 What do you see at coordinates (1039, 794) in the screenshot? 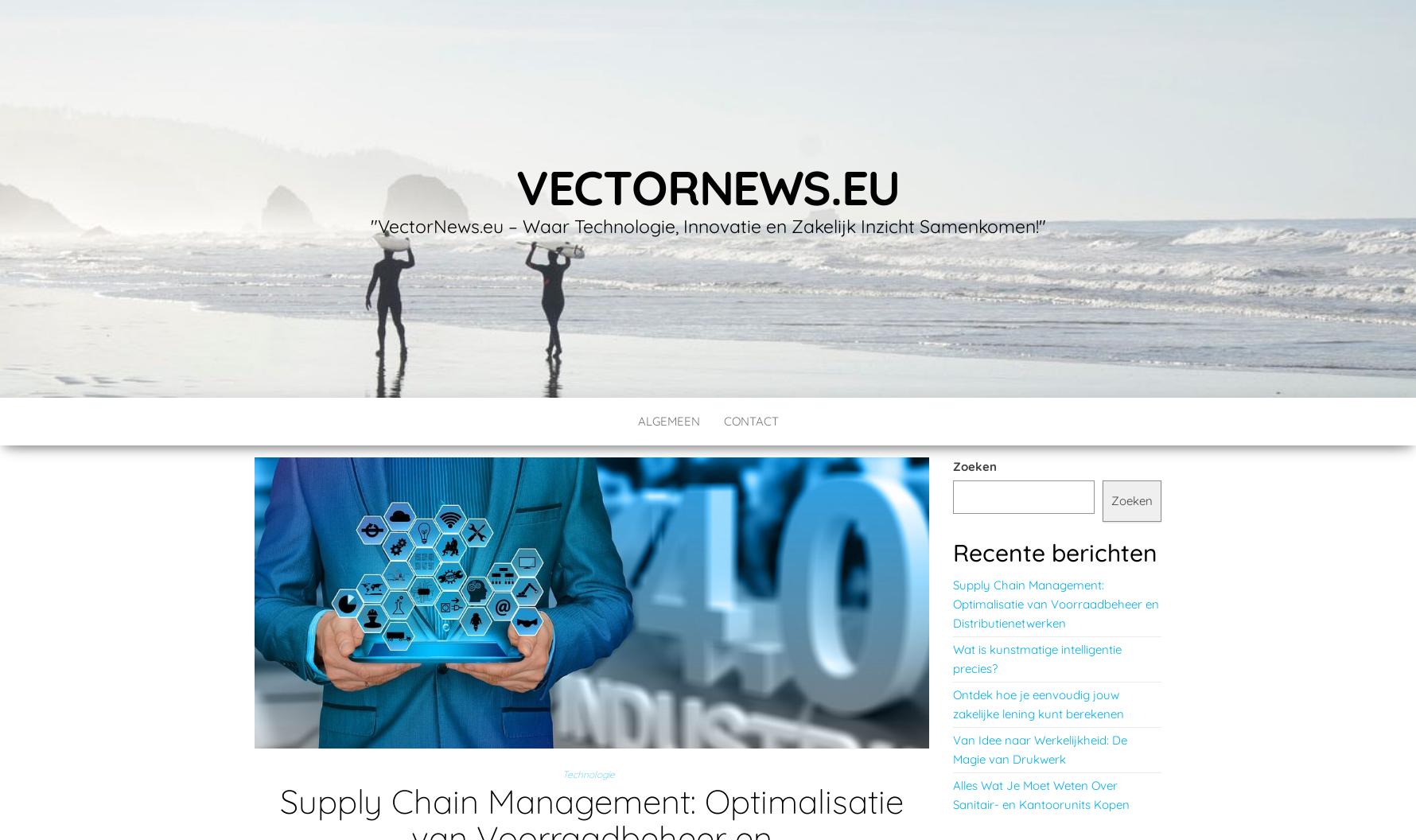
I see `'Alles Wat Je Moet Weten Over Sanitair- en Kantoorunits Kopen'` at bounding box center [1039, 794].